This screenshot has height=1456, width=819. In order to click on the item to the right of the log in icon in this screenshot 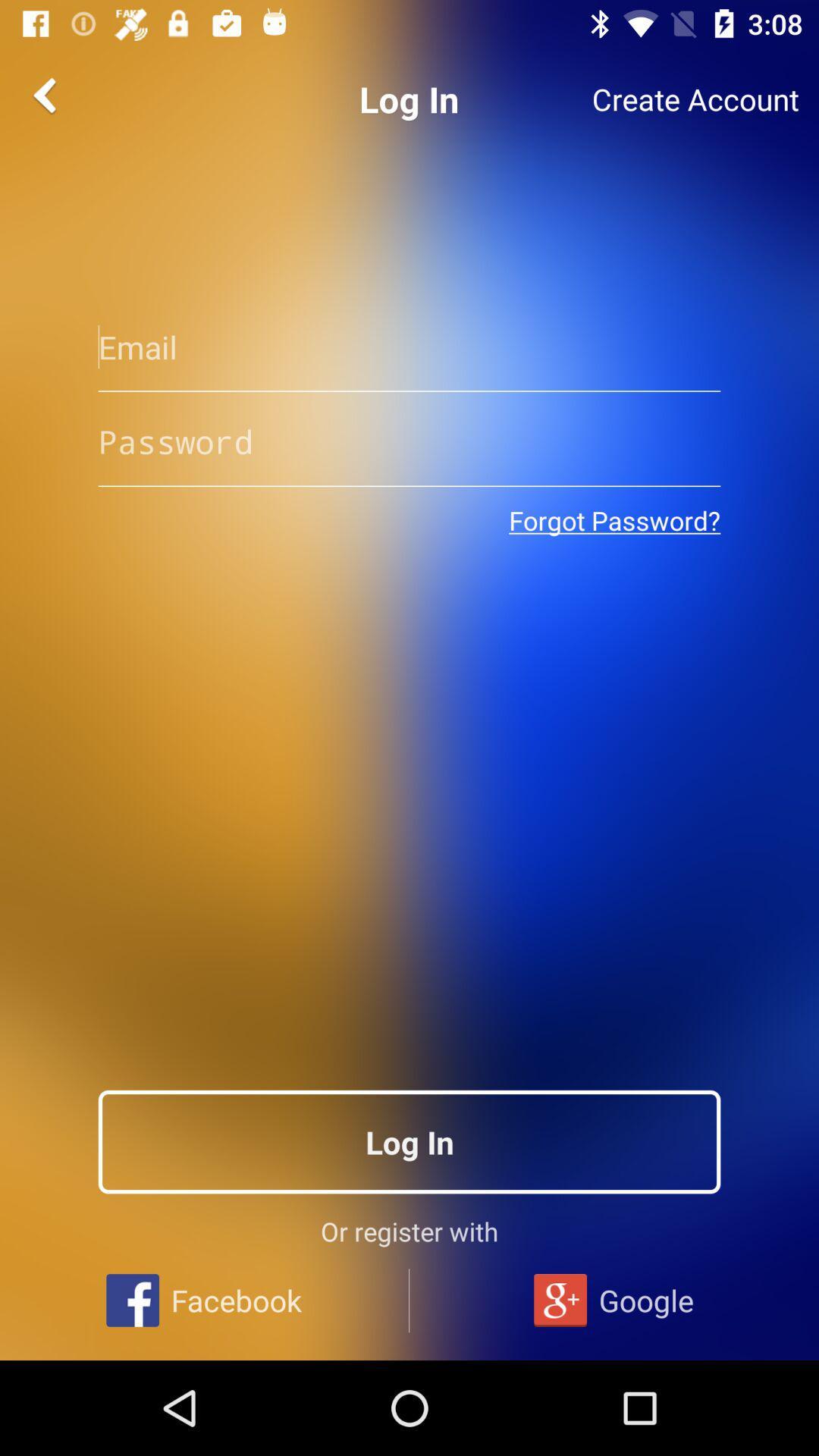, I will do `click(695, 99)`.